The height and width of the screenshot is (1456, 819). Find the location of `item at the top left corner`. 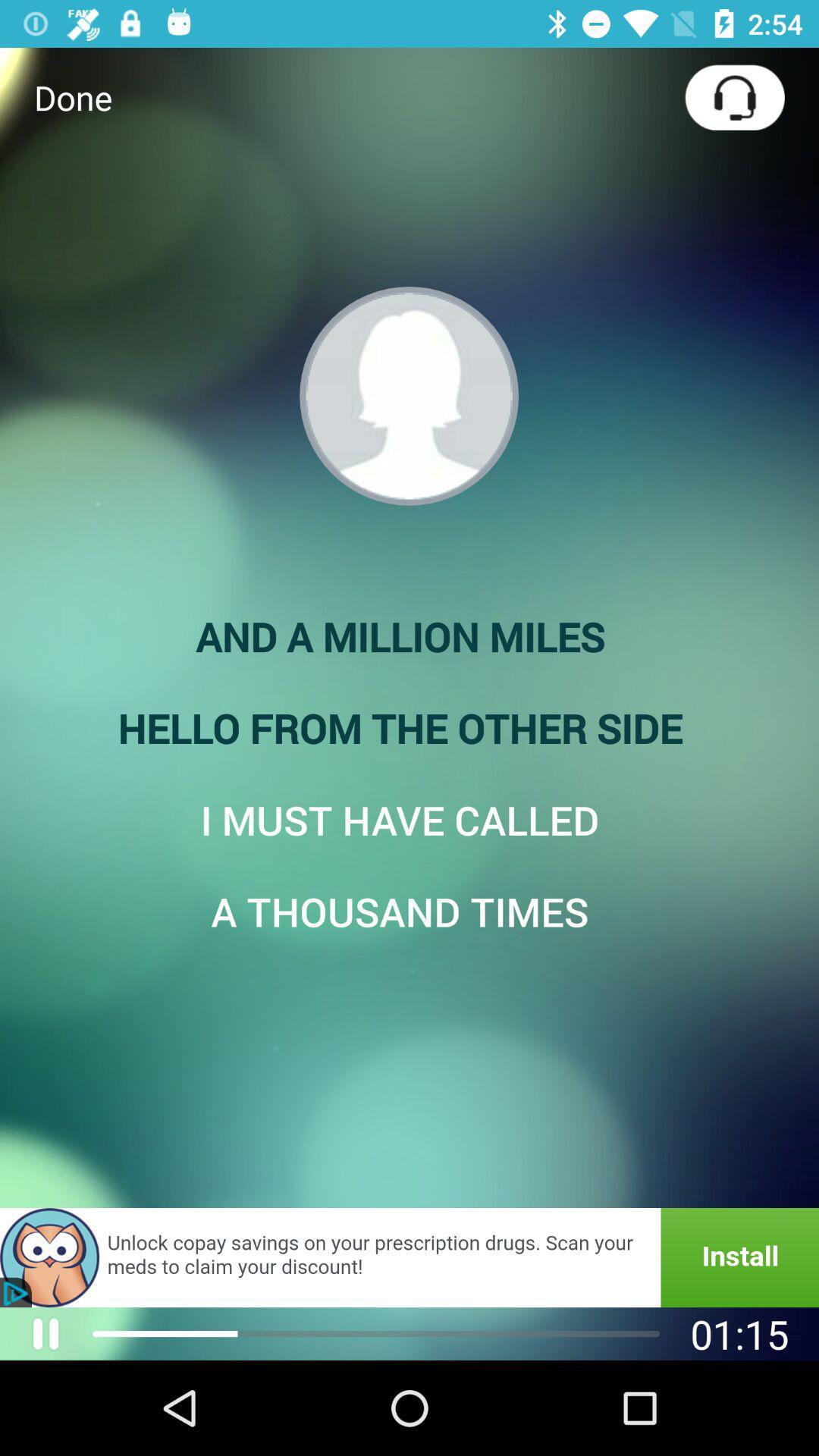

item at the top left corner is located at coordinates (73, 96).